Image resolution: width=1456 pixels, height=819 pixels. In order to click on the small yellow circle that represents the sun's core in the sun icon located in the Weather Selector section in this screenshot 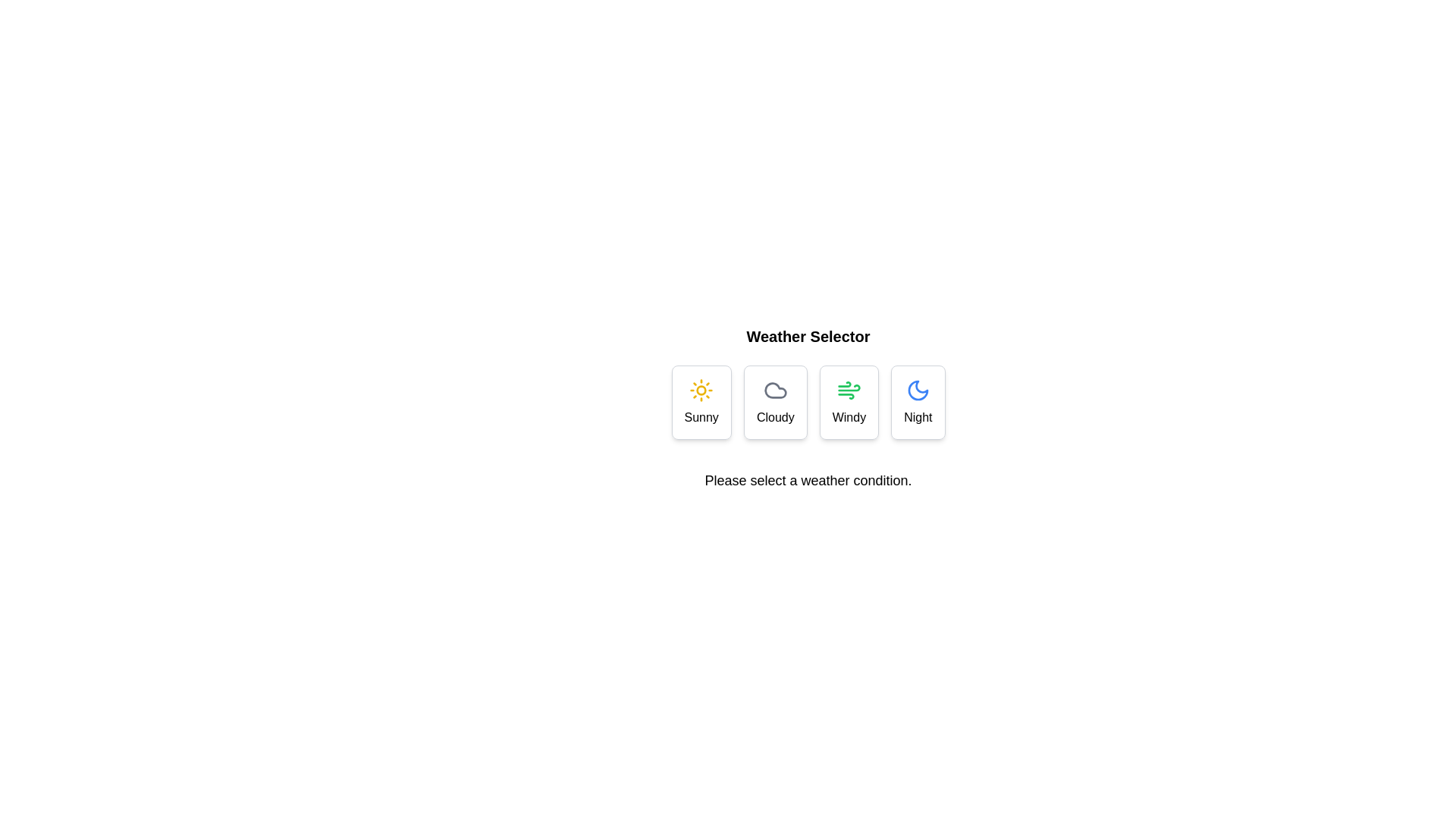, I will do `click(701, 390)`.